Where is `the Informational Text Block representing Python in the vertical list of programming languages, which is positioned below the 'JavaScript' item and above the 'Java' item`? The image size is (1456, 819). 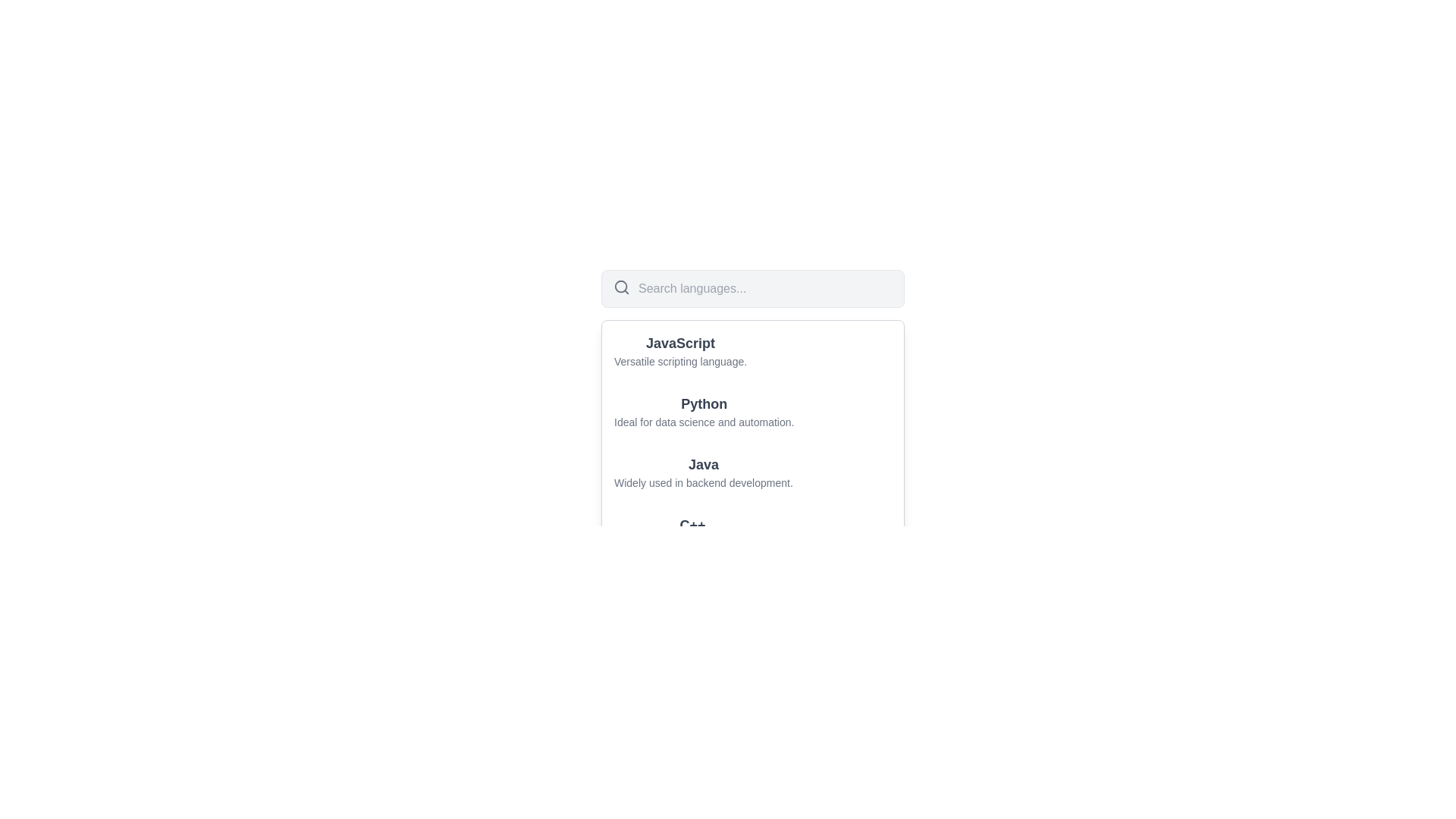 the Informational Text Block representing Python in the vertical list of programming languages, which is positioned below the 'JavaScript' item and above the 'Java' item is located at coordinates (753, 412).